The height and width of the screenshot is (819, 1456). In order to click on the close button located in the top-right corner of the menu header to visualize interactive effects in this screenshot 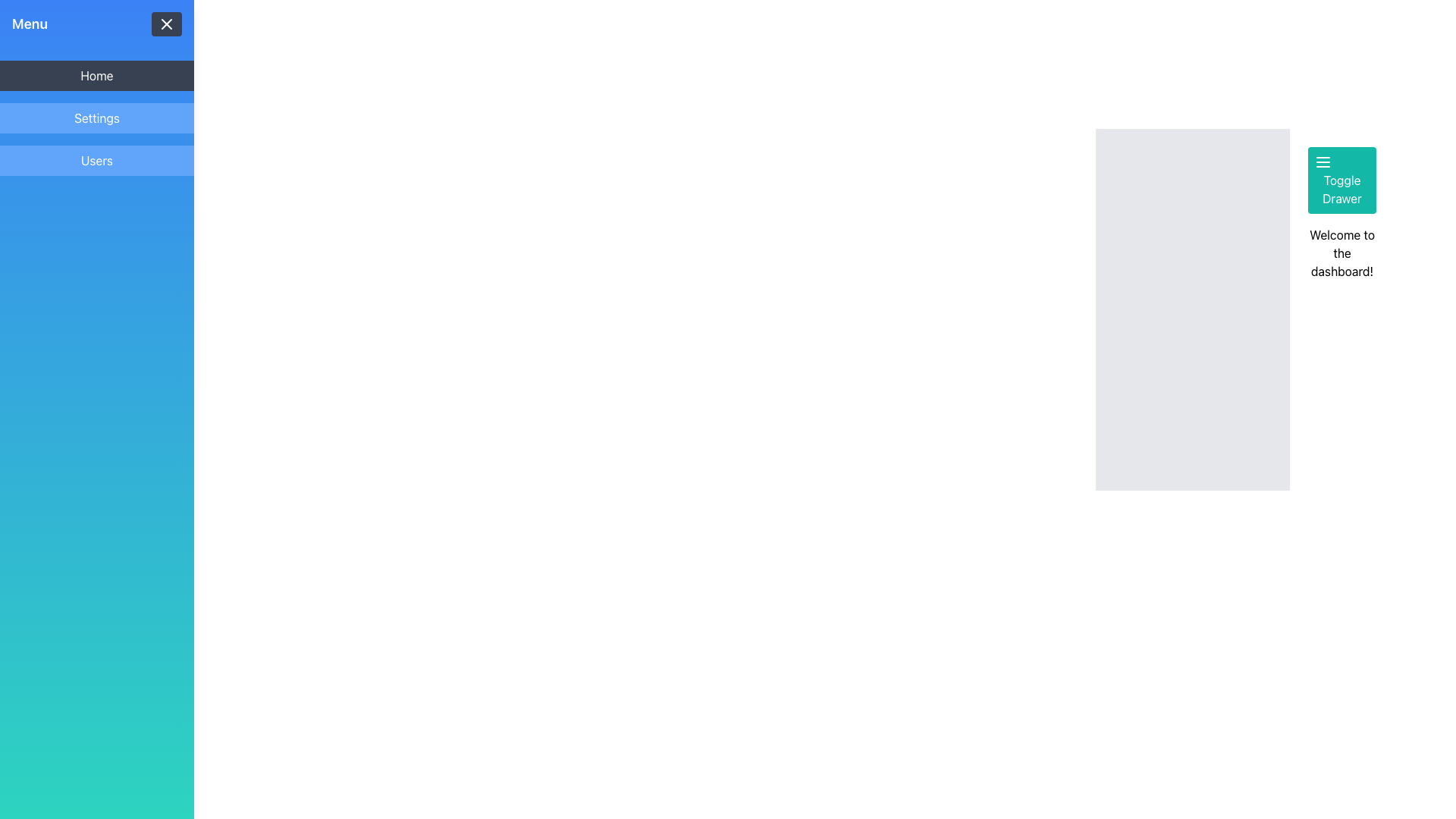, I will do `click(167, 24)`.